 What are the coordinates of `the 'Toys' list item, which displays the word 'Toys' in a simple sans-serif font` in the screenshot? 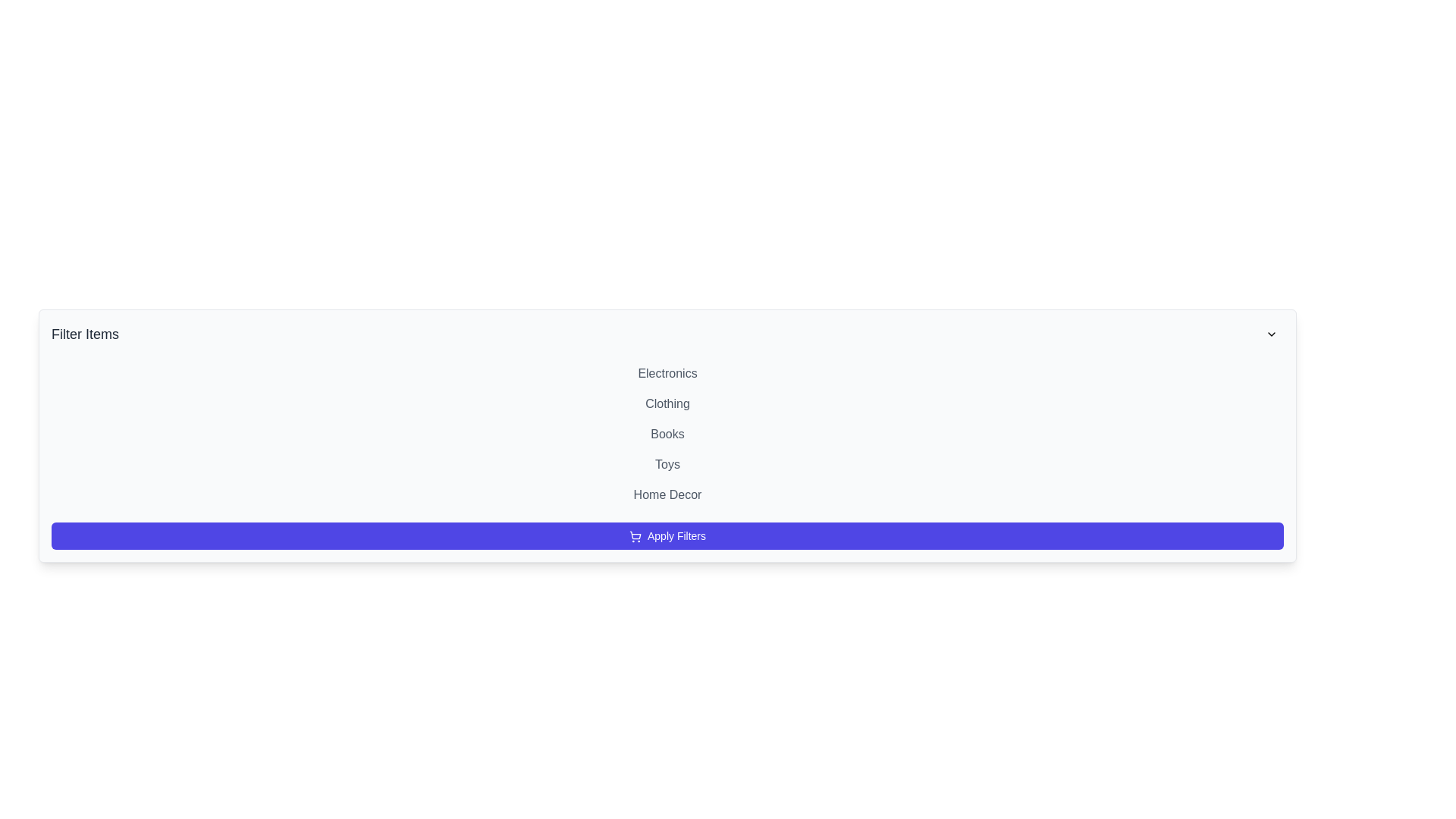 It's located at (667, 464).